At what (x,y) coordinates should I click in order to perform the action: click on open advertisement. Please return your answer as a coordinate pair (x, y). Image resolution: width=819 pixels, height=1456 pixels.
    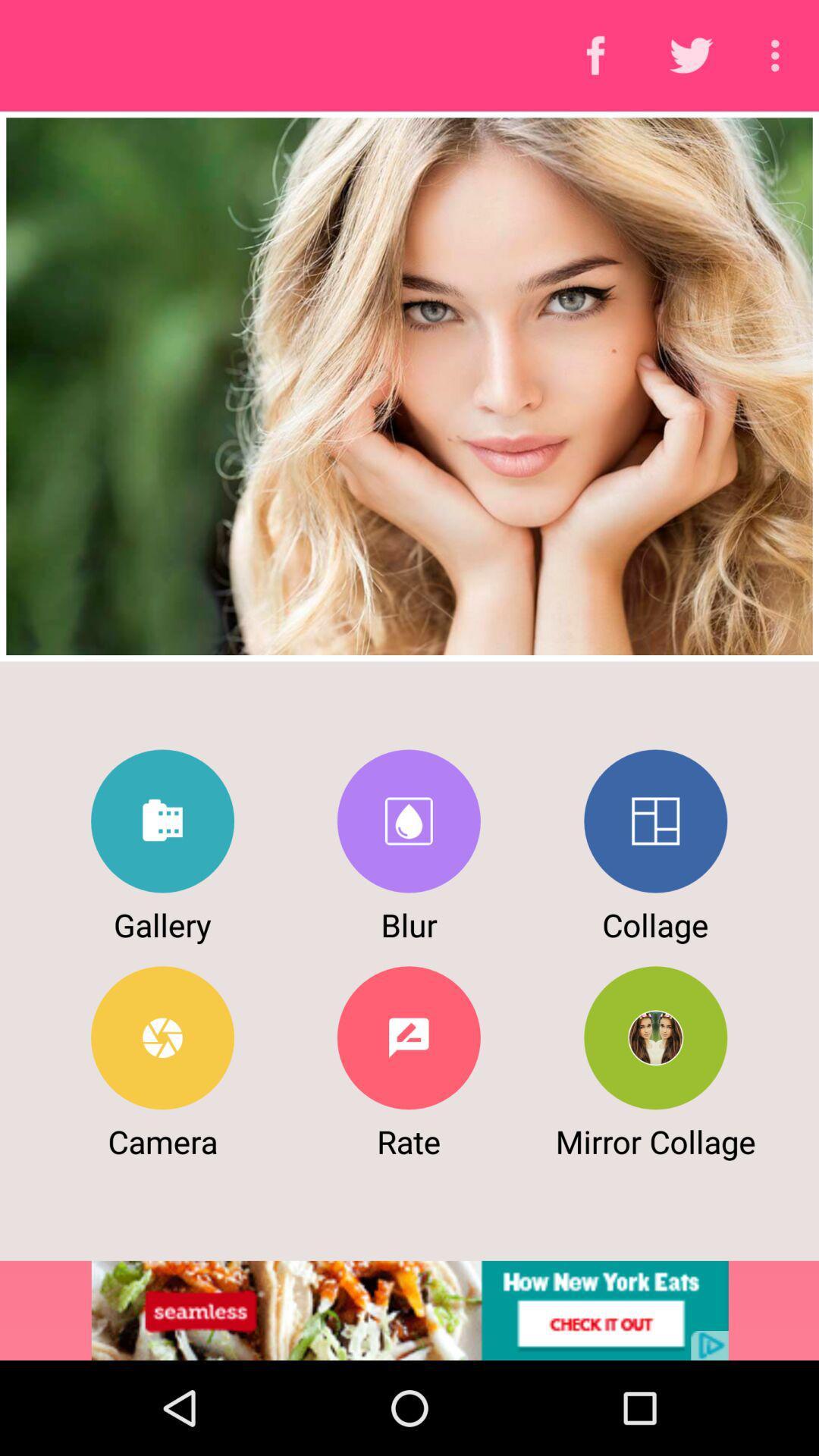
    Looking at the image, I should click on (409, 1310).